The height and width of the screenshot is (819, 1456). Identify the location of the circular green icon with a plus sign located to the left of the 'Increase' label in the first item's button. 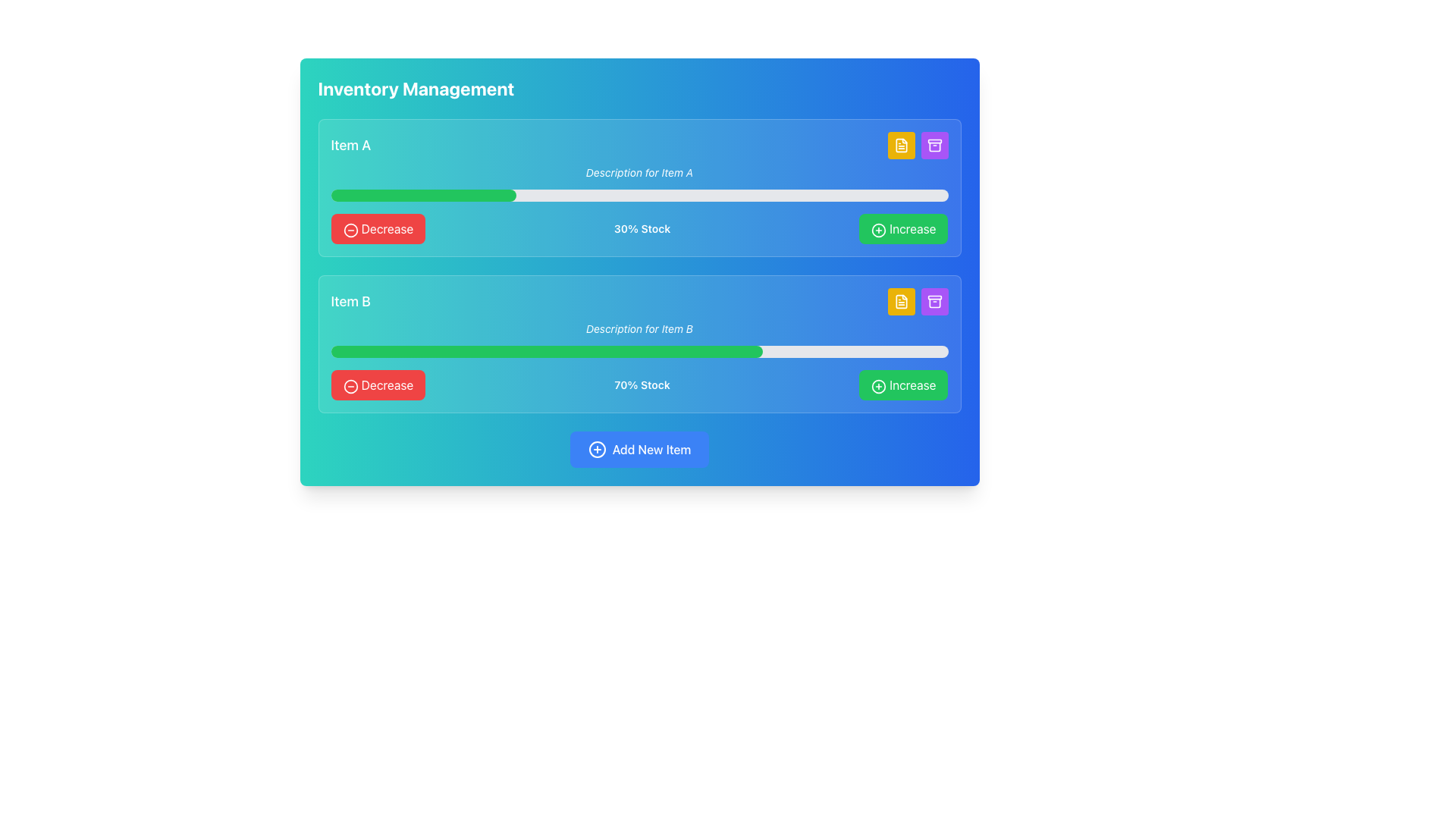
(878, 230).